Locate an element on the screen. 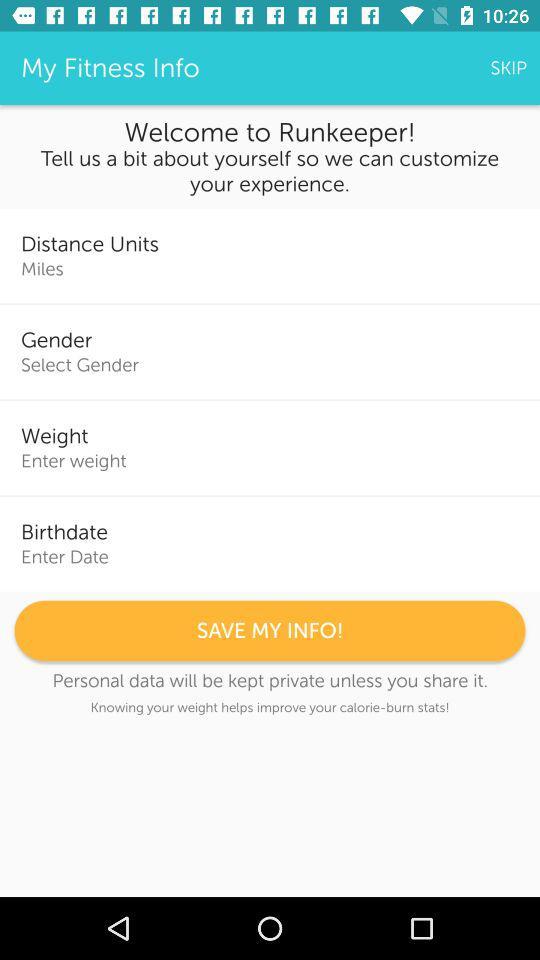 This screenshot has width=540, height=960. item above welcome to runkeeper! icon is located at coordinates (508, 68).